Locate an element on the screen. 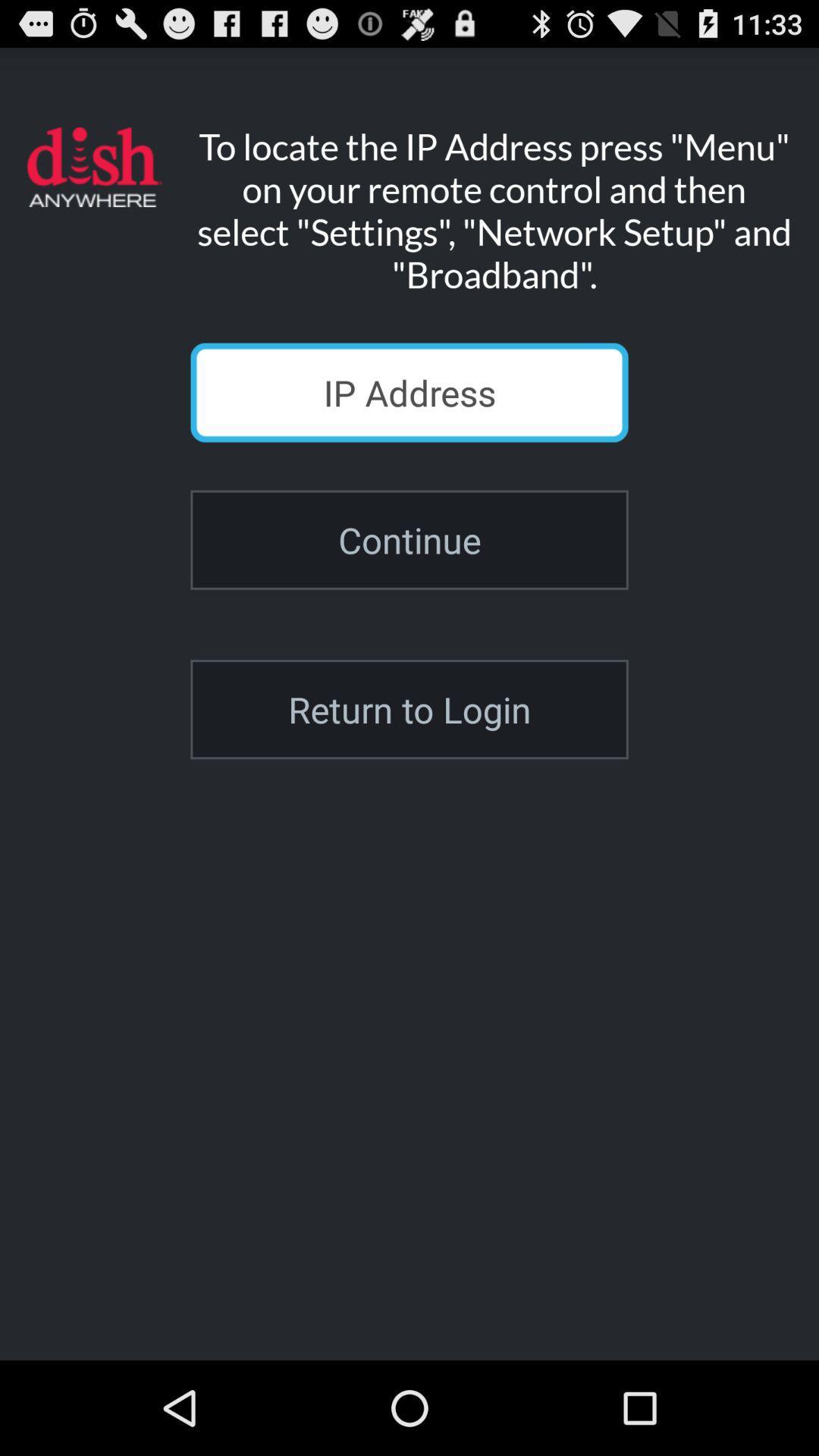 The height and width of the screenshot is (1456, 819). the return to login icon is located at coordinates (409, 708).